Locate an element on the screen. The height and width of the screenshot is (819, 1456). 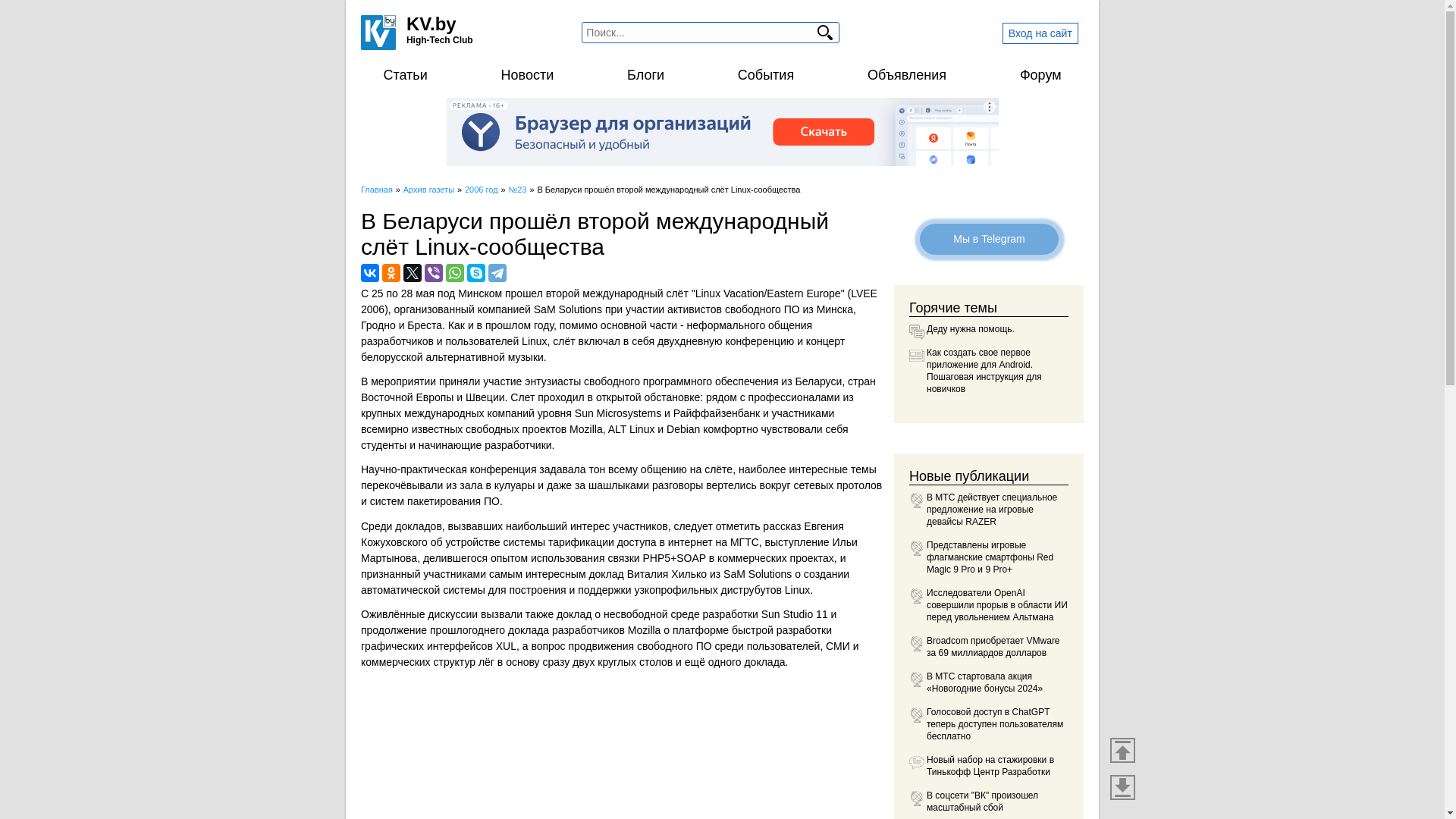
'Telegram' is located at coordinates (497, 271).